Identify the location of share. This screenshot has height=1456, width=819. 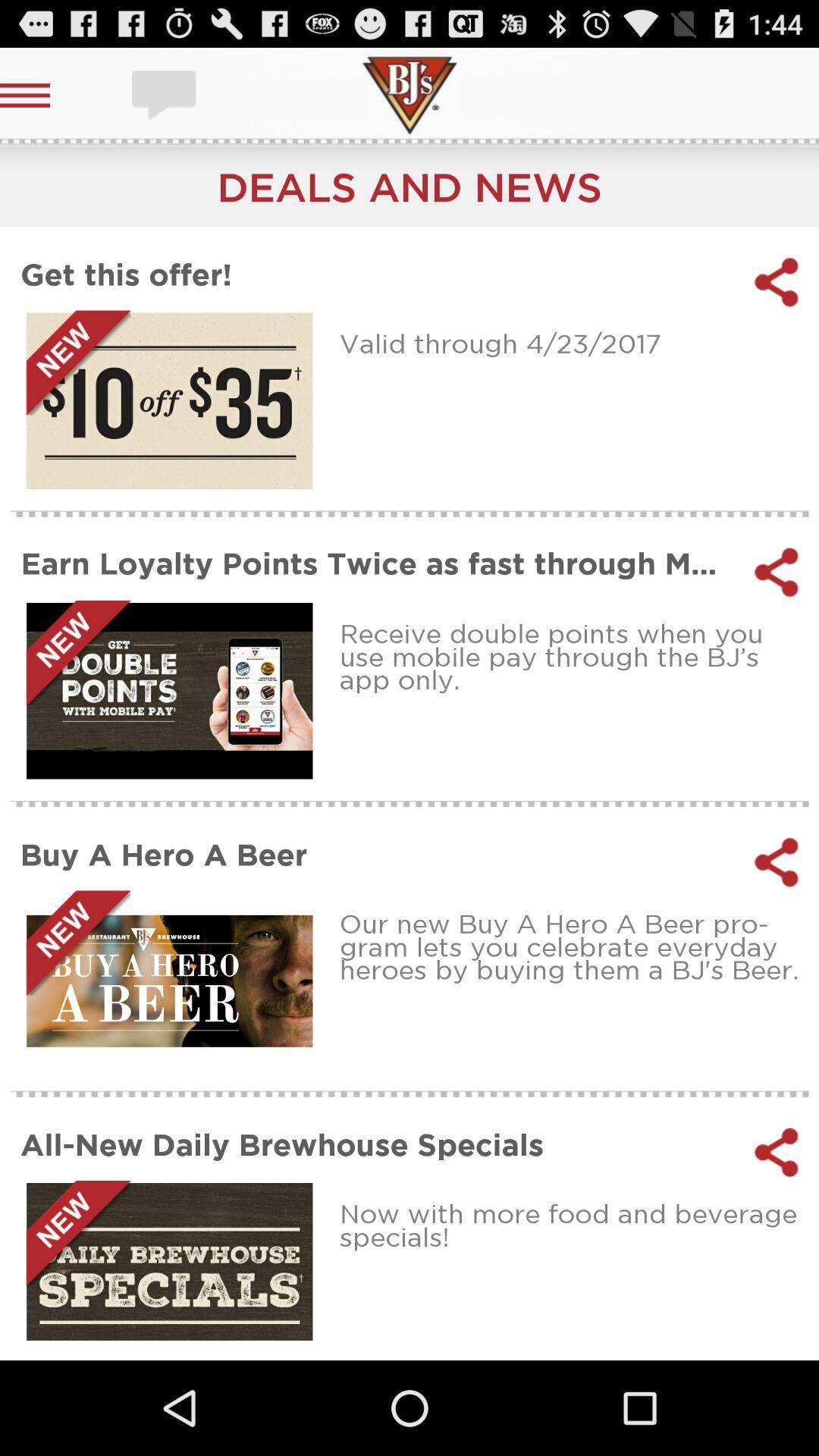
(777, 571).